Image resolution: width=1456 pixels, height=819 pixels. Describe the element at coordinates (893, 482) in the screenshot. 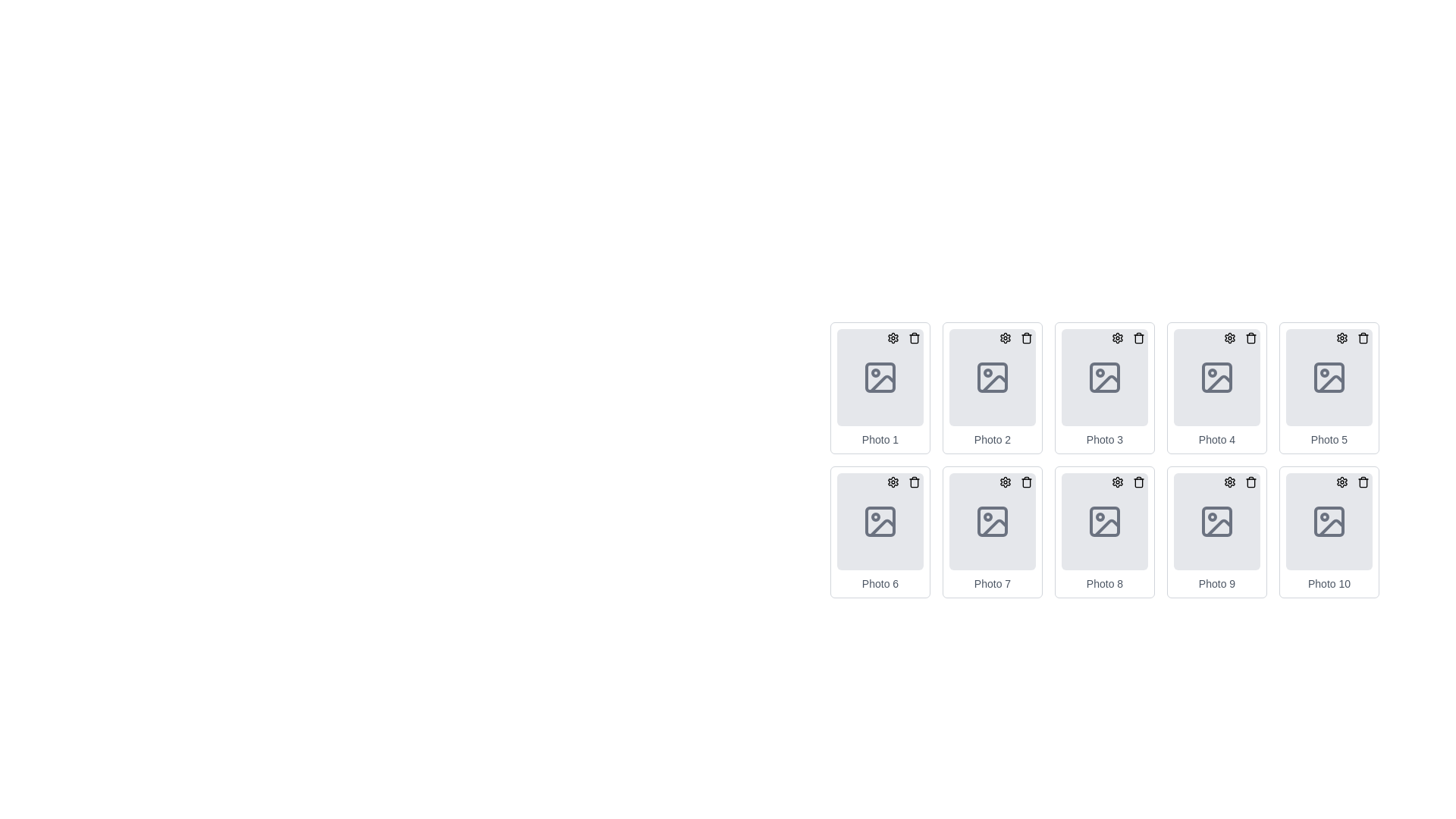

I see `the cogwheel-like icon representing the settings button located at the top right corner of the sixth photo card labeled 'Photo 6'` at that location.